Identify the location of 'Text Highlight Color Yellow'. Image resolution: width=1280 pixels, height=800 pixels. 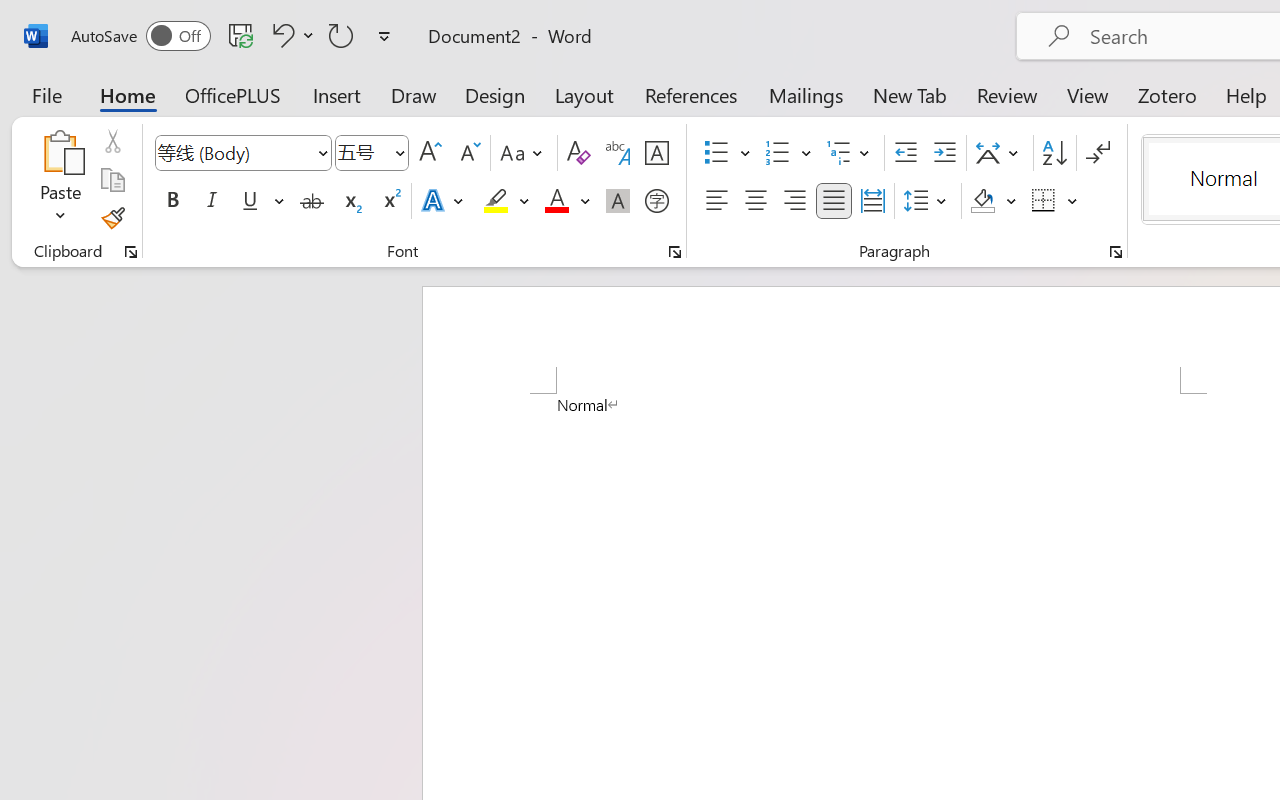
(496, 201).